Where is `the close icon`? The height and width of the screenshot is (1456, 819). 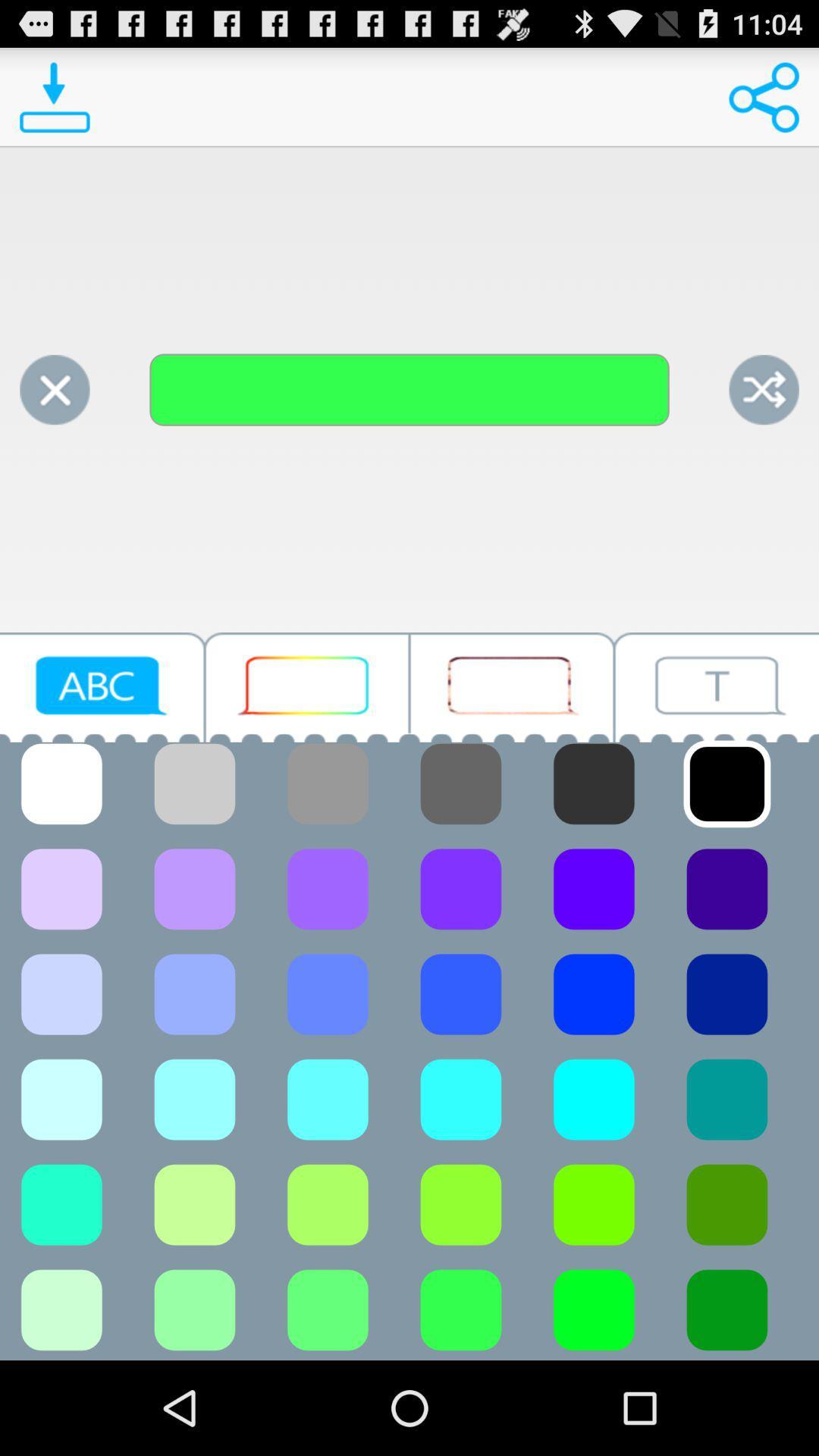 the close icon is located at coordinates (54, 417).